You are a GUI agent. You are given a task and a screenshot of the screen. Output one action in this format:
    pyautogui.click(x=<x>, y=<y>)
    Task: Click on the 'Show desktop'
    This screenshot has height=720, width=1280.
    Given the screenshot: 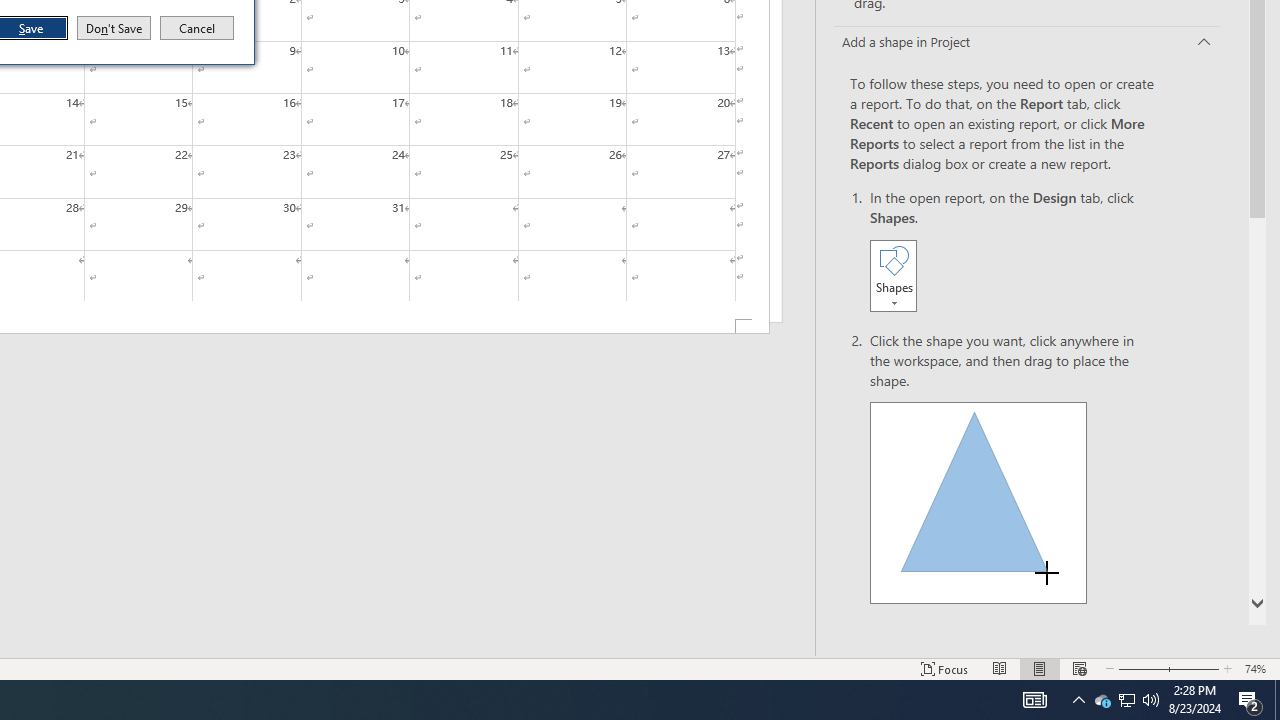 What is the action you would take?
    pyautogui.click(x=1276, y=698)
    